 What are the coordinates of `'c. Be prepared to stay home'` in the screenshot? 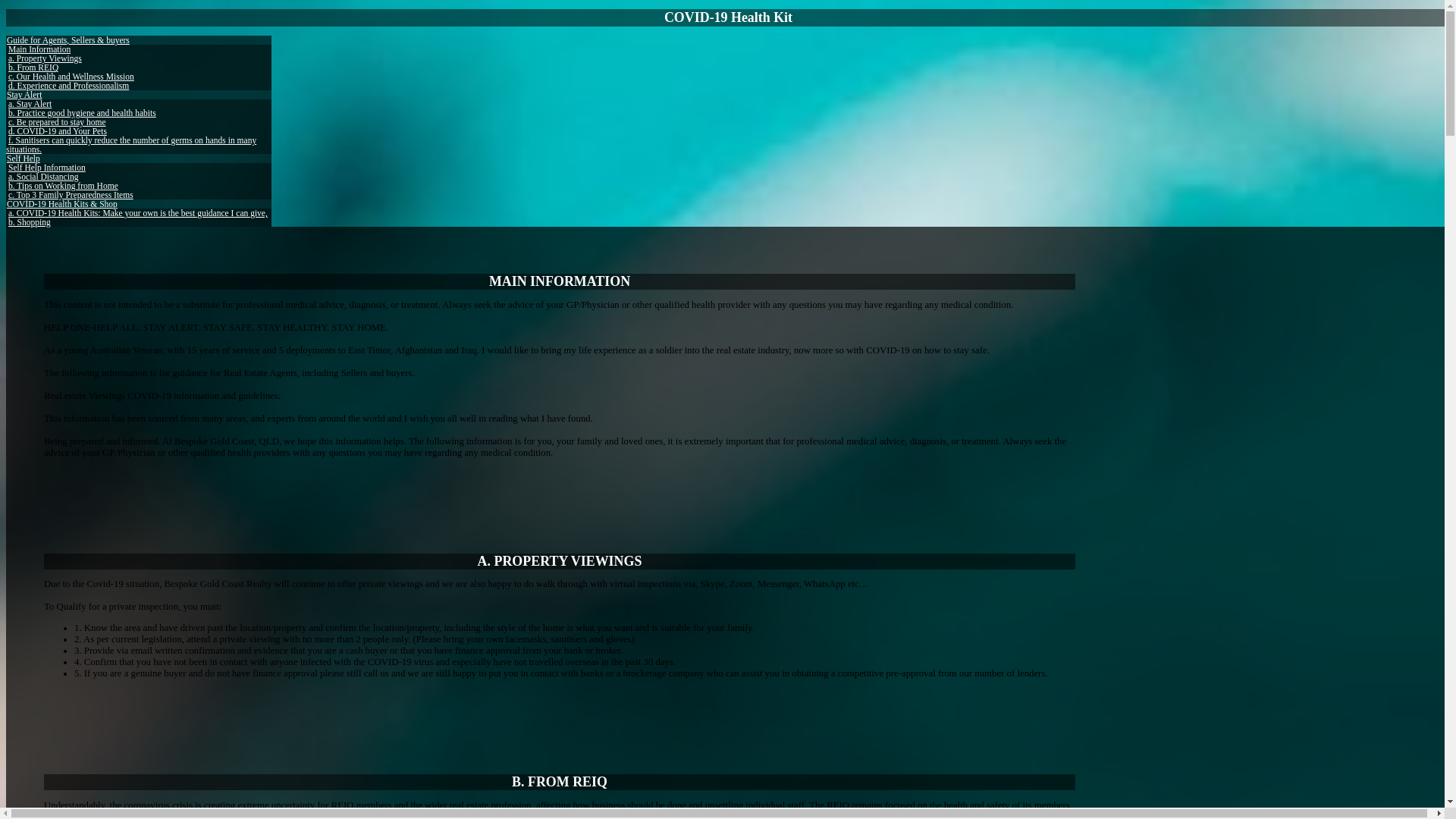 It's located at (57, 121).